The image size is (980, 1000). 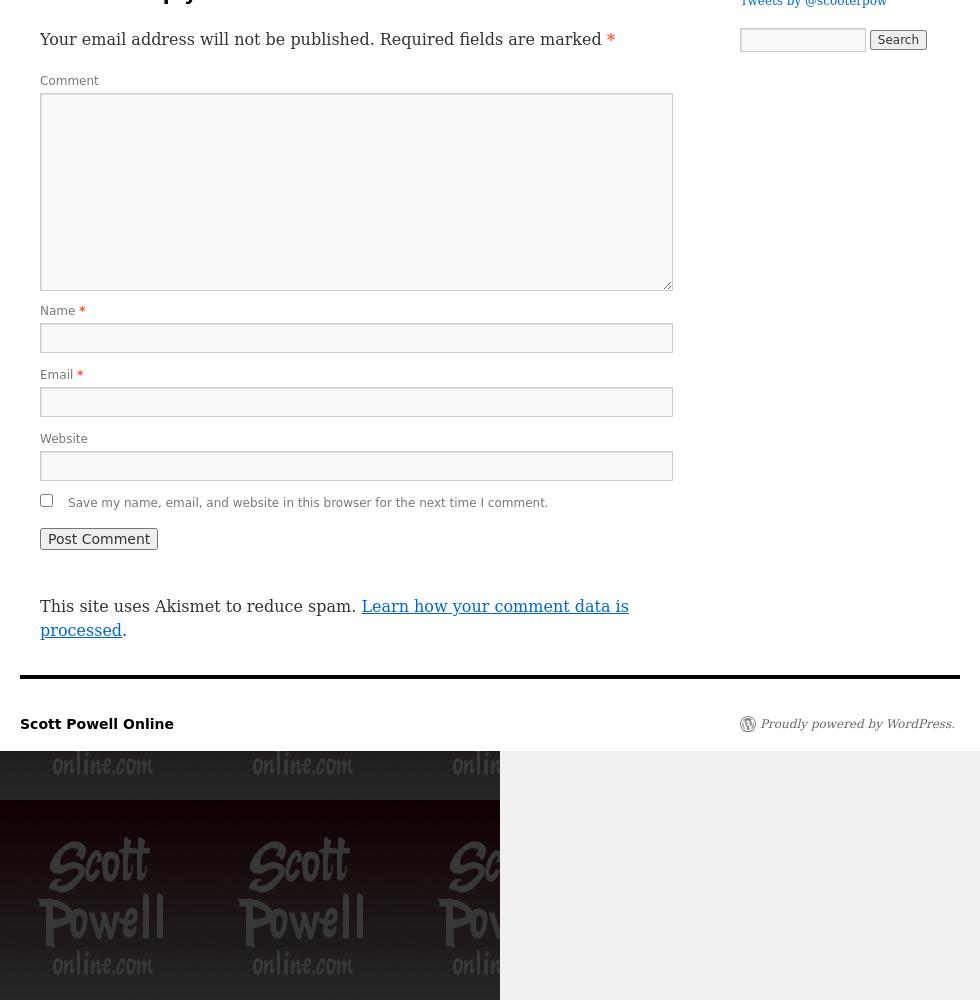 I want to click on 'Proudly powered by WordPress.', so click(x=857, y=723).